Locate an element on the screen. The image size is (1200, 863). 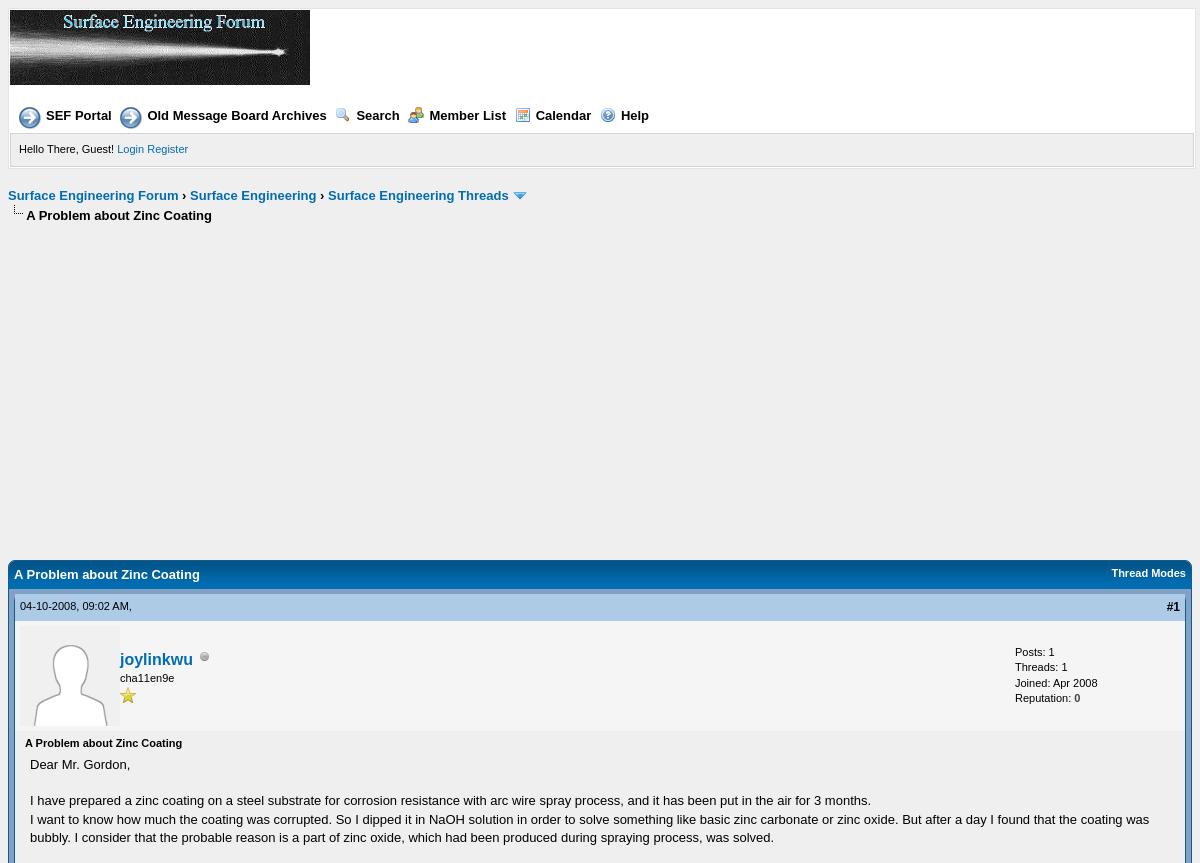
'Member List' is located at coordinates (466, 114).